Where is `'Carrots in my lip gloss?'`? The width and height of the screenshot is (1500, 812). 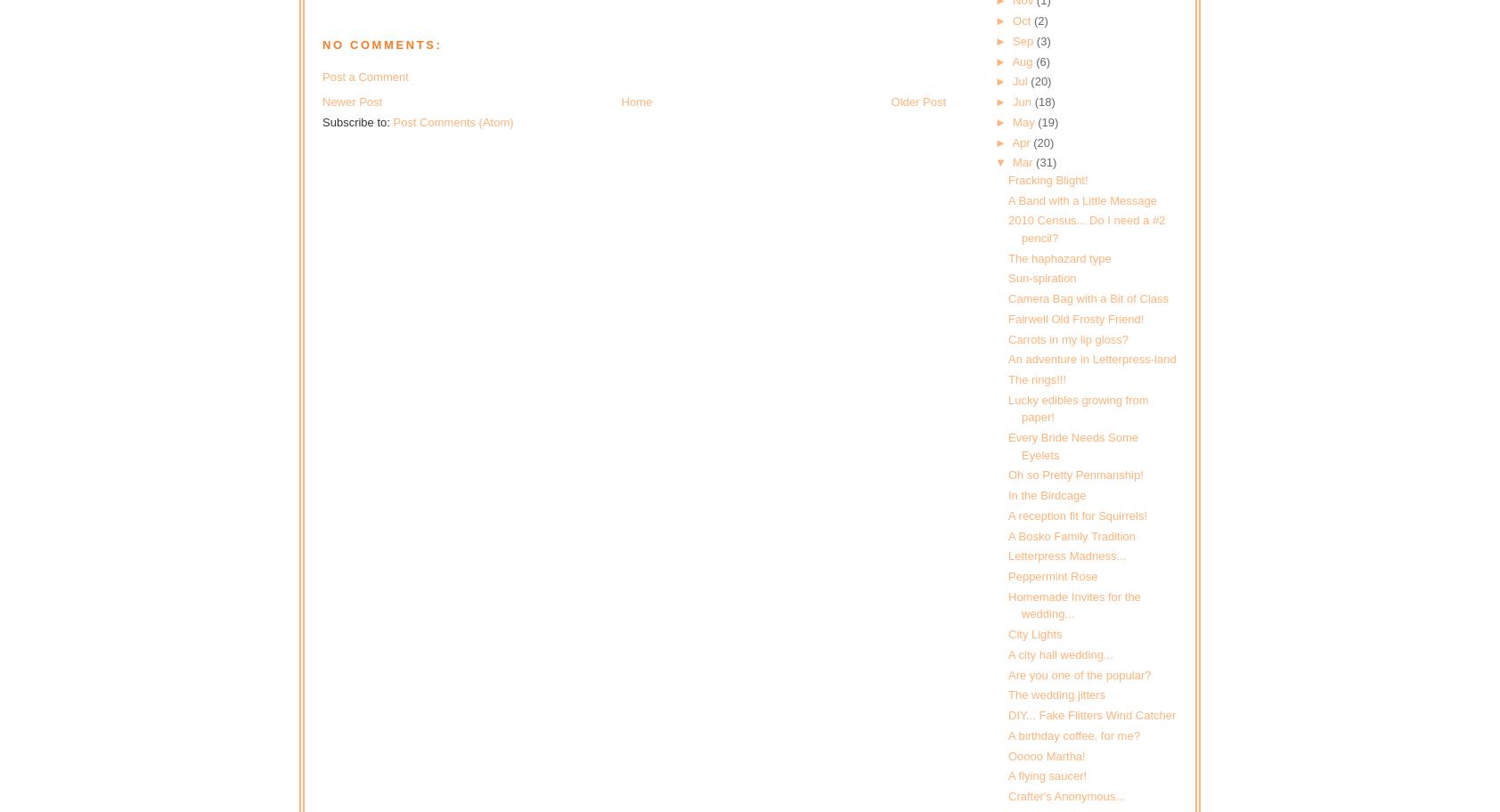
'Carrots in my lip gloss?' is located at coordinates (1007, 338).